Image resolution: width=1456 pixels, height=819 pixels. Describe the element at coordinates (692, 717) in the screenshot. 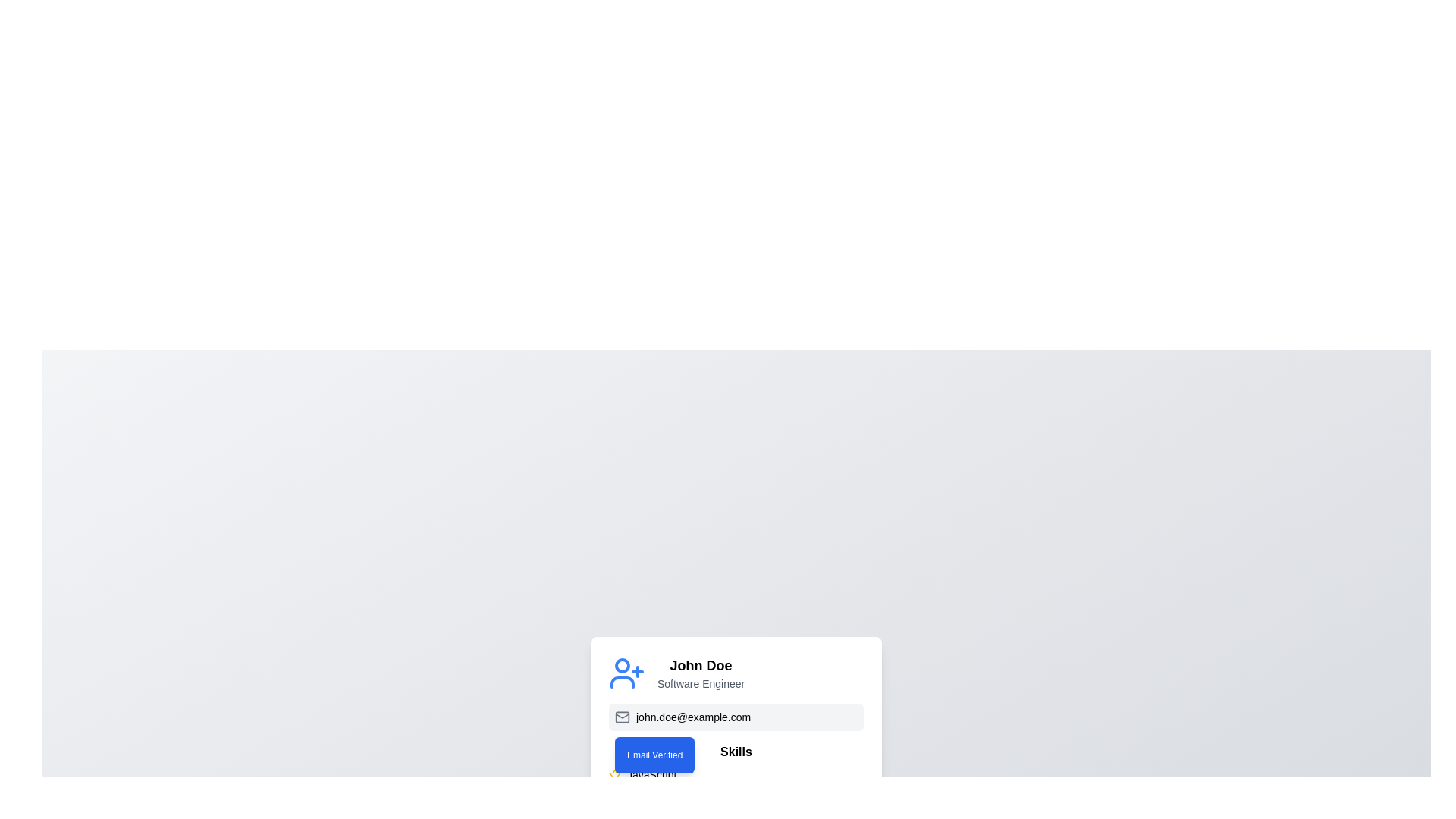

I see `the text element displaying 'john.doe@example.com', which is part of the contact information and positioned between an email icon and the 'Email Verified' text` at that location.